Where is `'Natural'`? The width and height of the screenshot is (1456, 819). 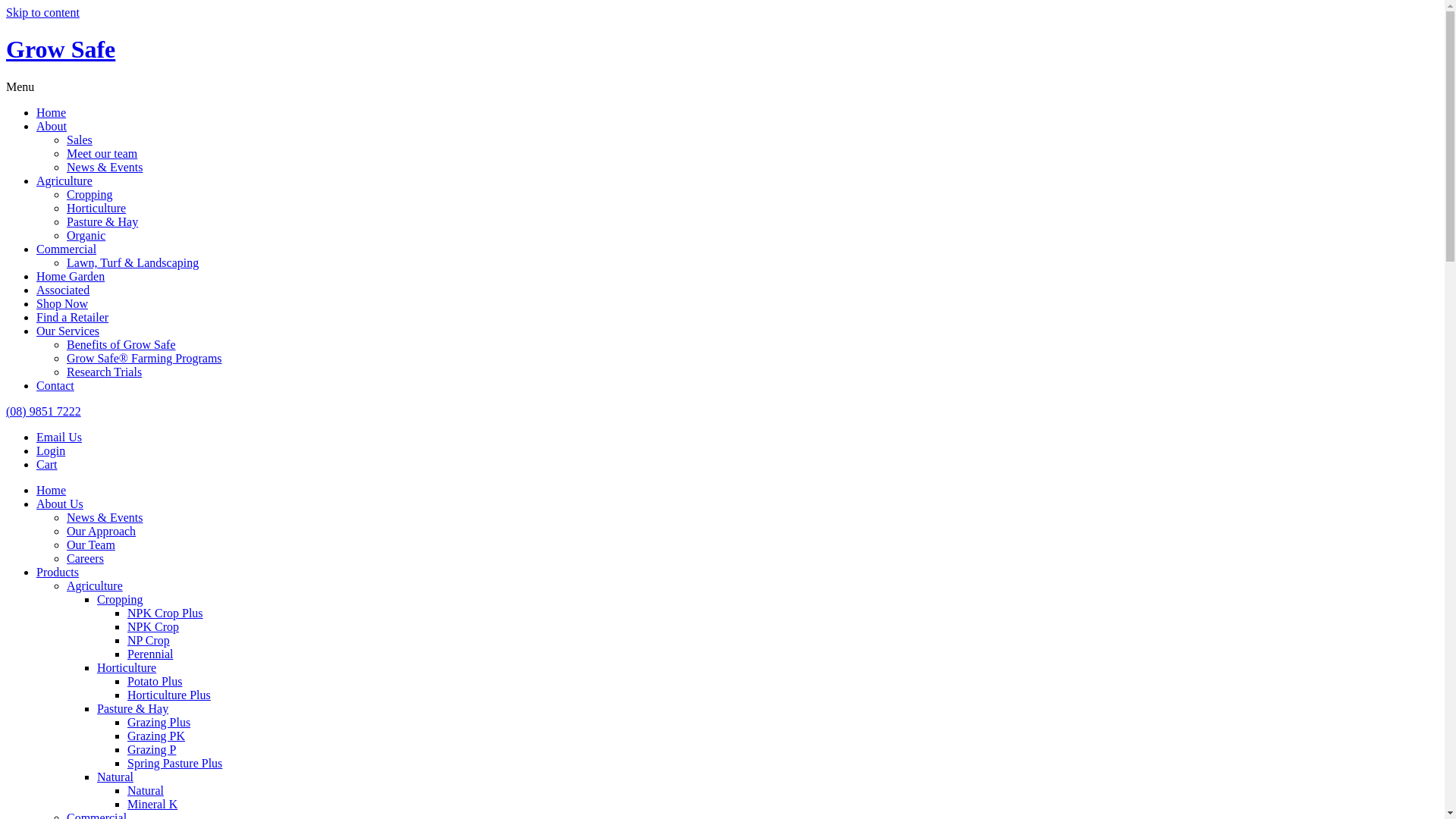
'Natural' is located at coordinates (127, 789).